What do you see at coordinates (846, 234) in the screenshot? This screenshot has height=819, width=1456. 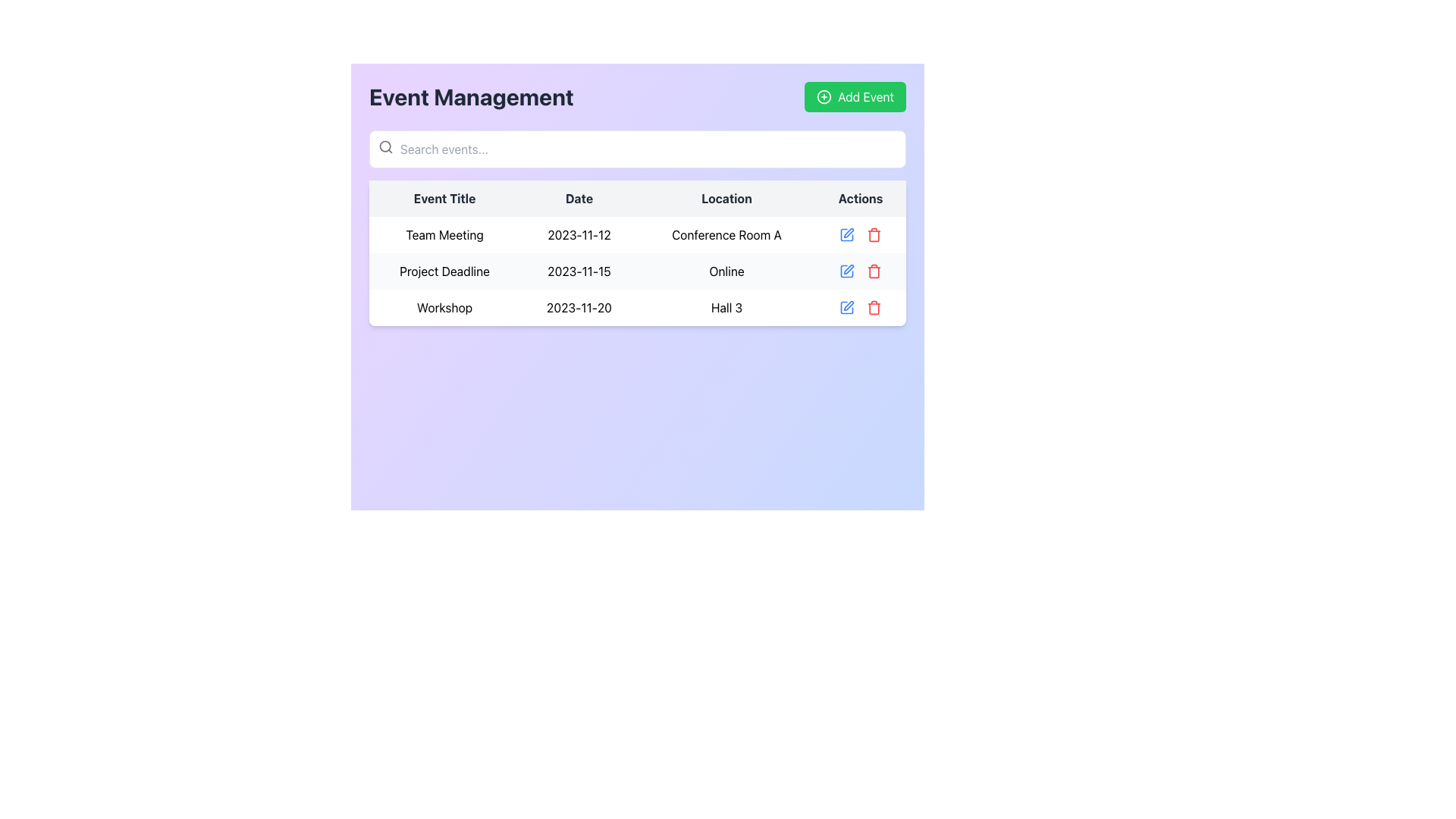 I see `the edit icon button located in the 'Actions' column for the event labeled 'Team Meeting'` at bounding box center [846, 234].